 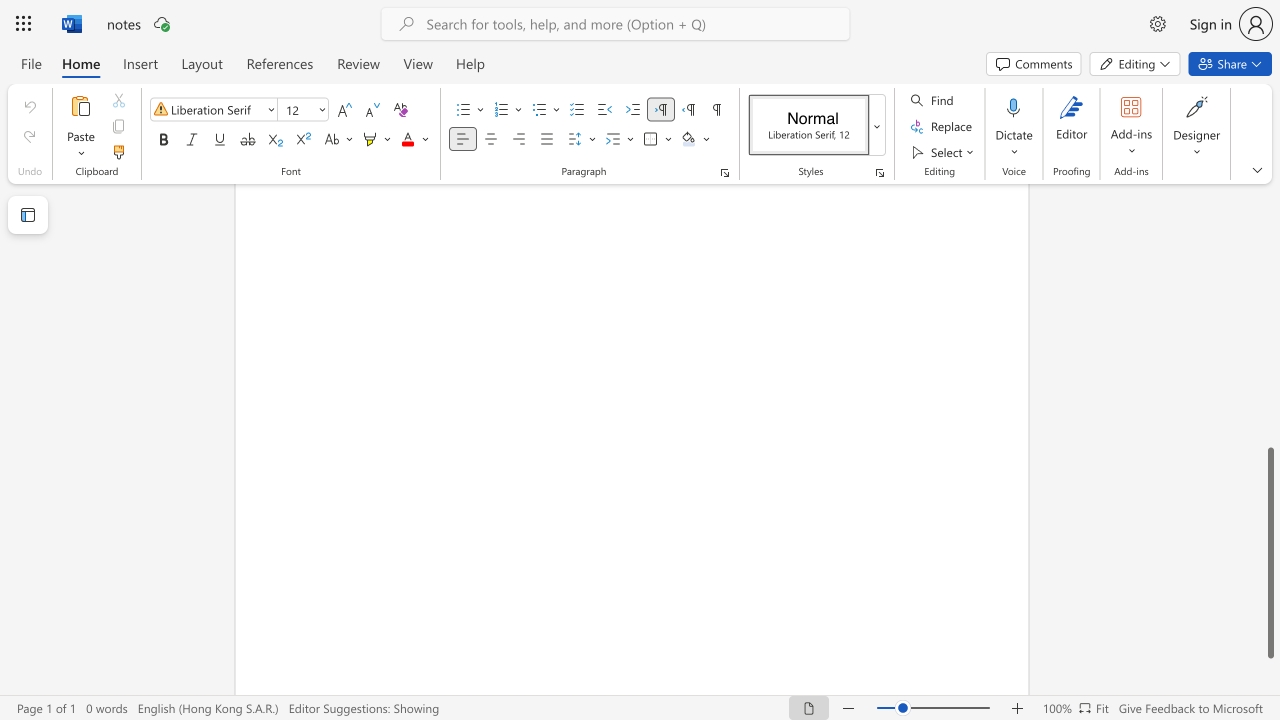 What do you see at coordinates (1269, 258) in the screenshot?
I see `the scrollbar on the right` at bounding box center [1269, 258].